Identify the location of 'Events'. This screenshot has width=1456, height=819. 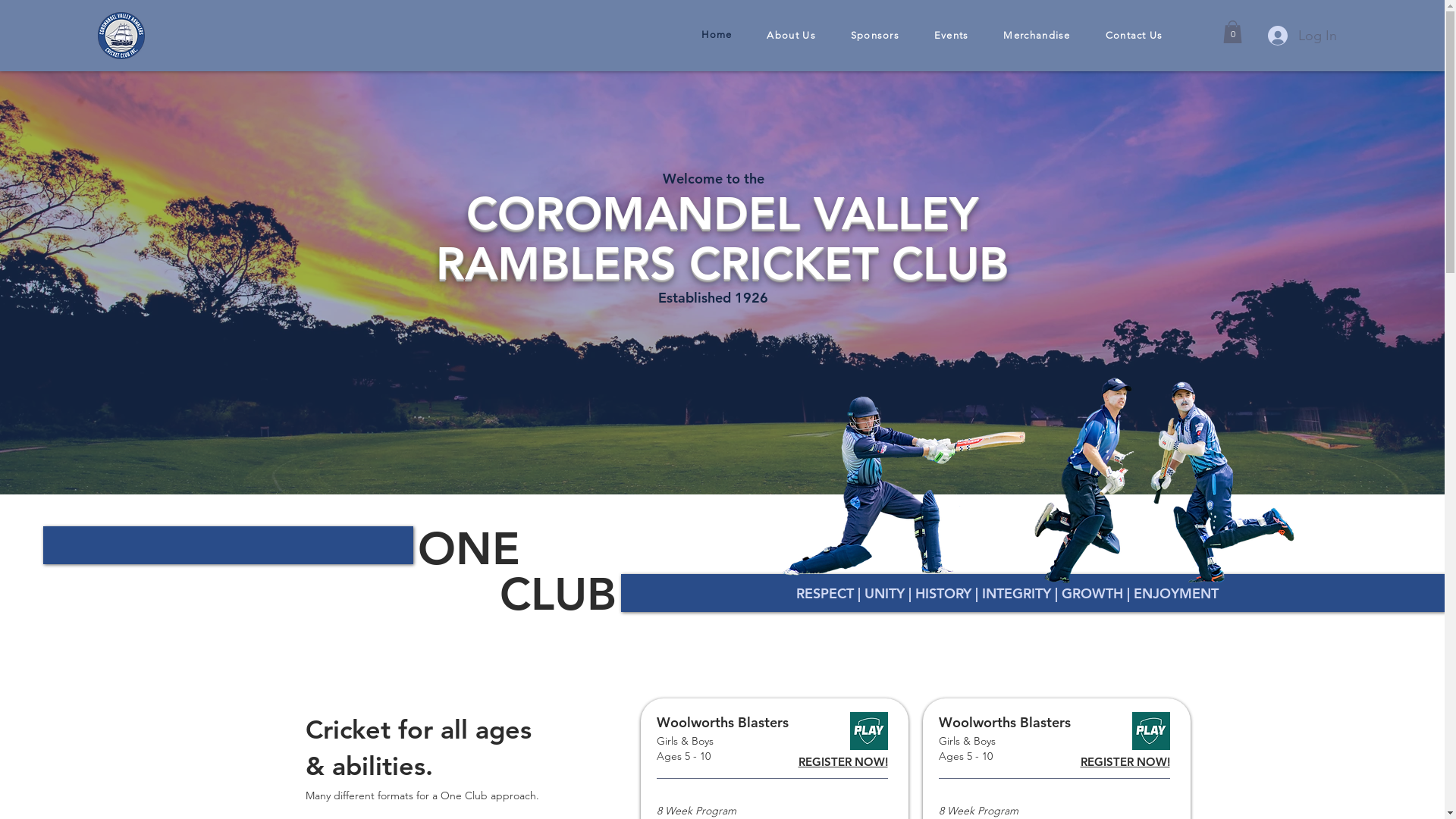
(950, 34).